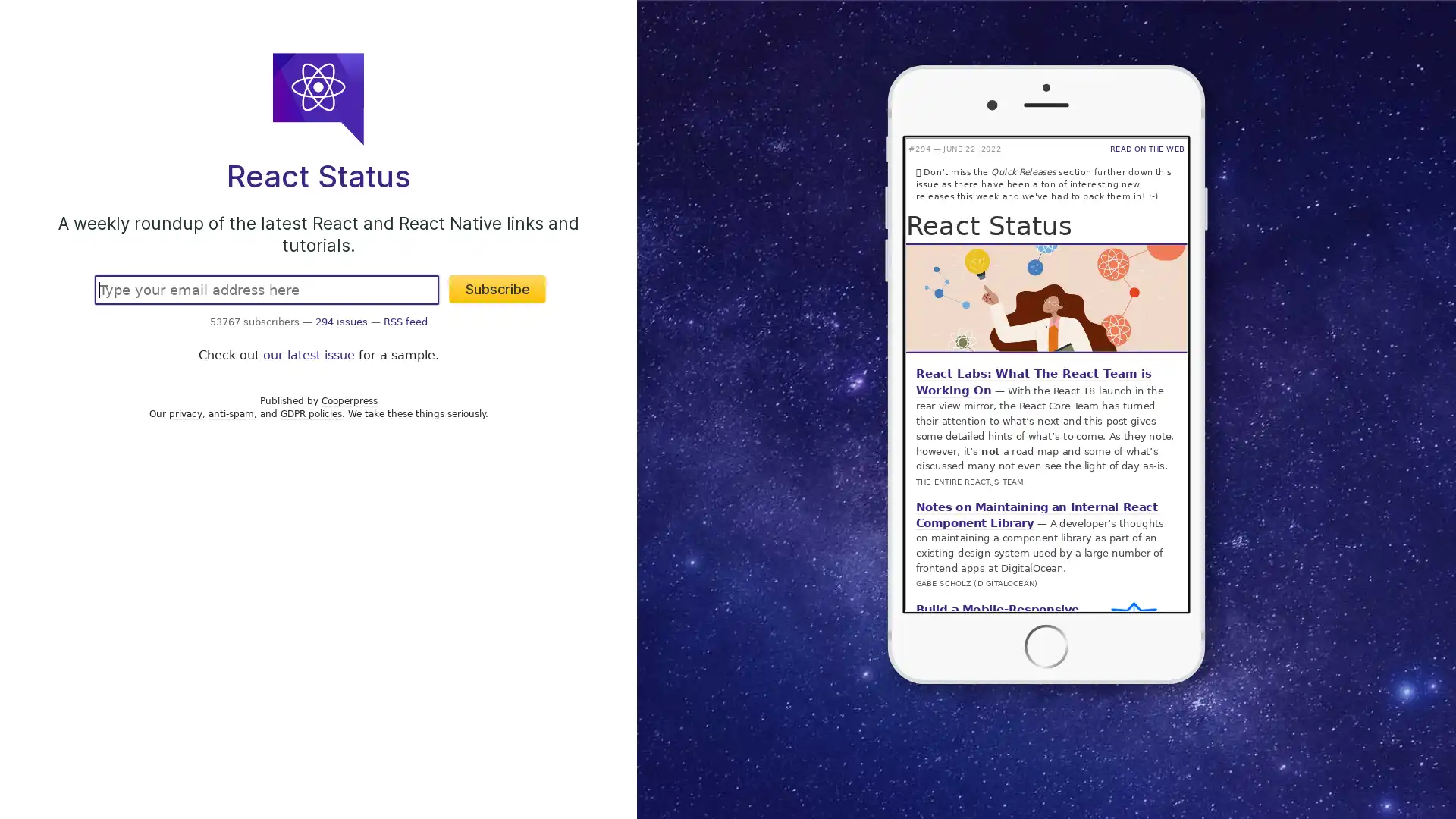 This screenshot has height=819, width=1456. What do you see at coordinates (497, 289) in the screenshot?
I see `Subscribe` at bounding box center [497, 289].